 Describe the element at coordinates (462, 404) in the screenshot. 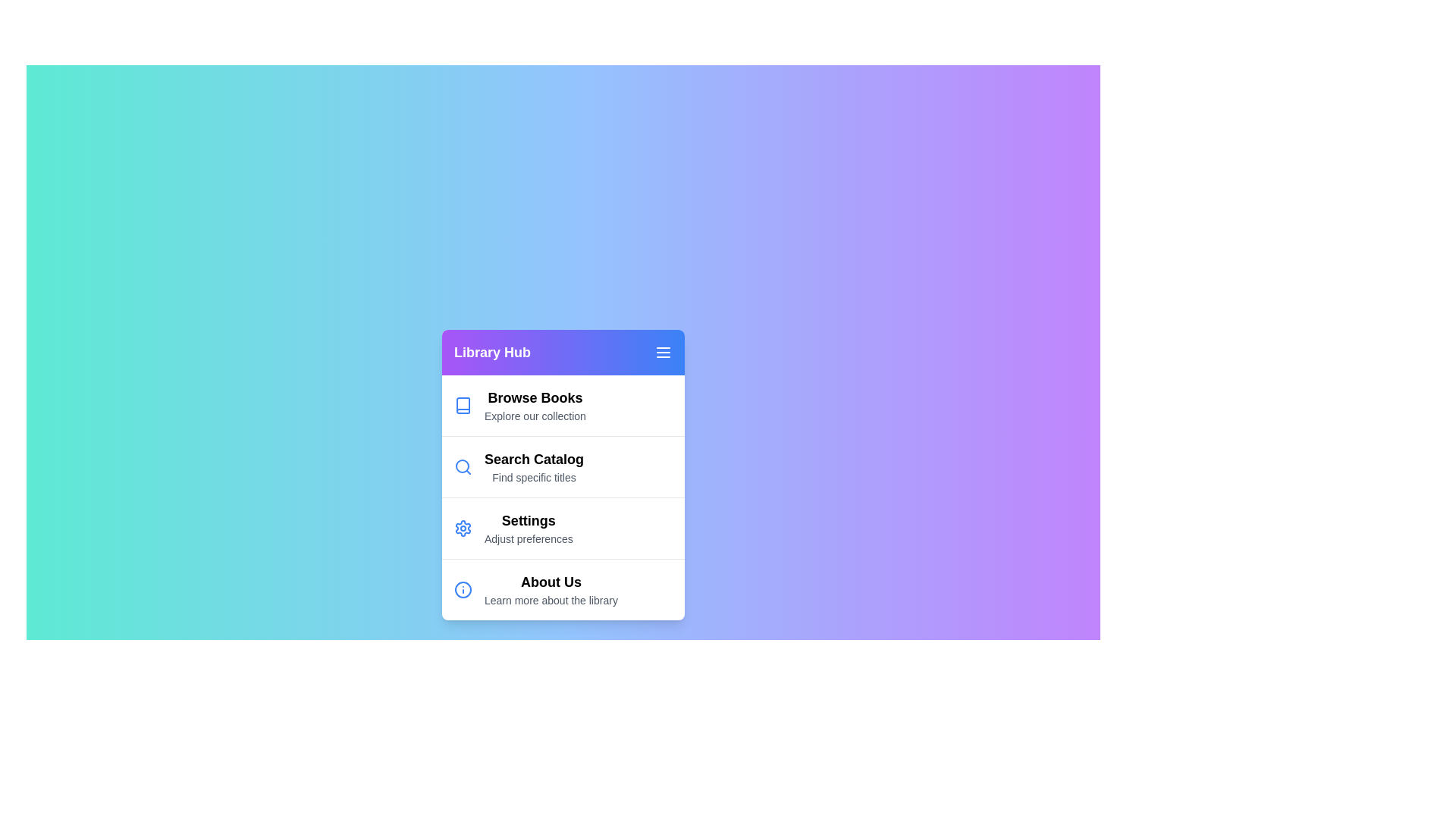

I see `the icon corresponding to the menu item Browse Books` at that location.